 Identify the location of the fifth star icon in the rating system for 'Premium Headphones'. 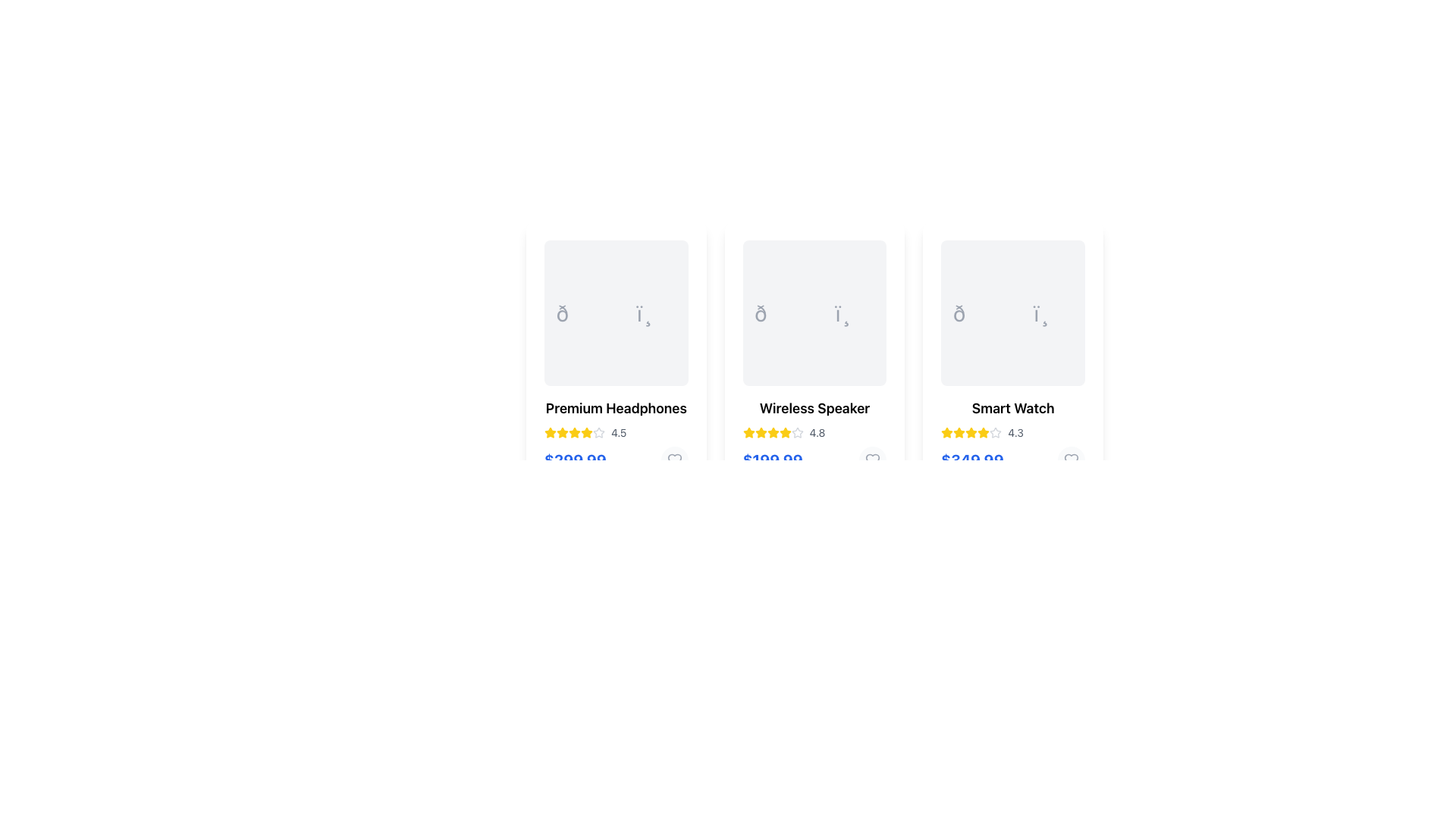
(549, 432).